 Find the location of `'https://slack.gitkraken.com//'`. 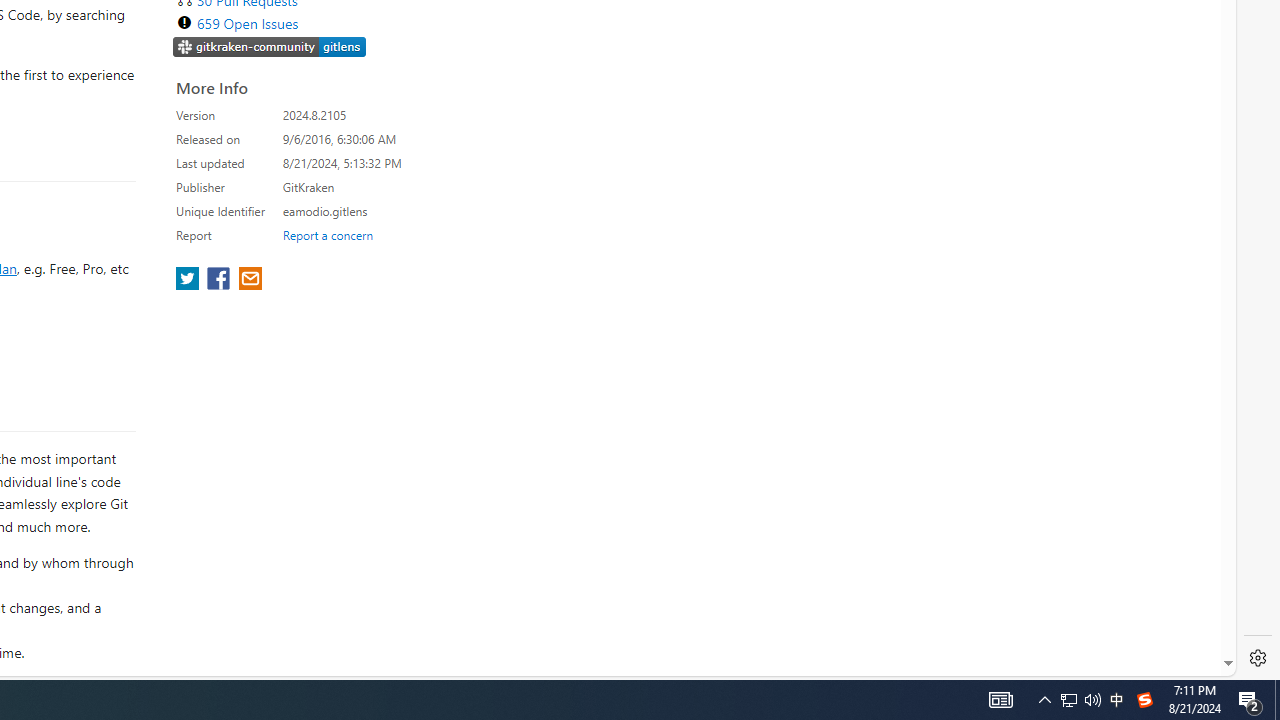

'https://slack.gitkraken.com//' is located at coordinates (269, 47).